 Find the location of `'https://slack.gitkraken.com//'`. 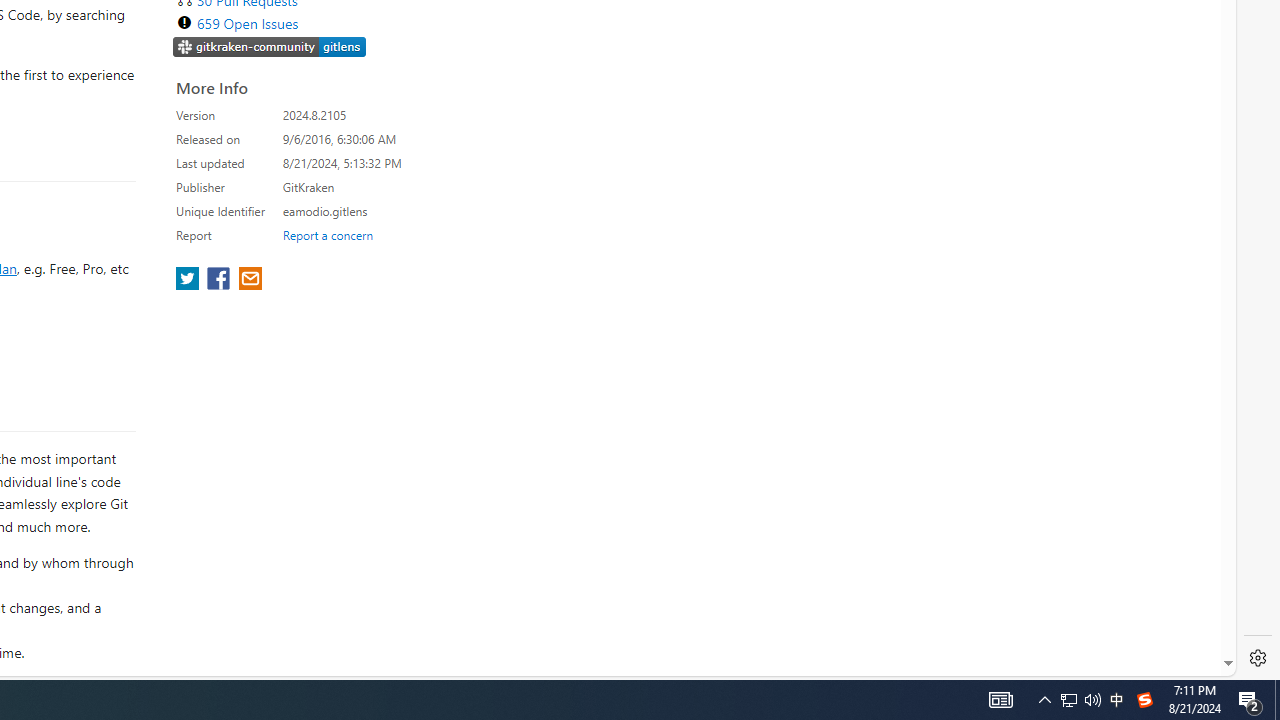

'https://slack.gitkraken.com//' is located at coordinates (269, 47).